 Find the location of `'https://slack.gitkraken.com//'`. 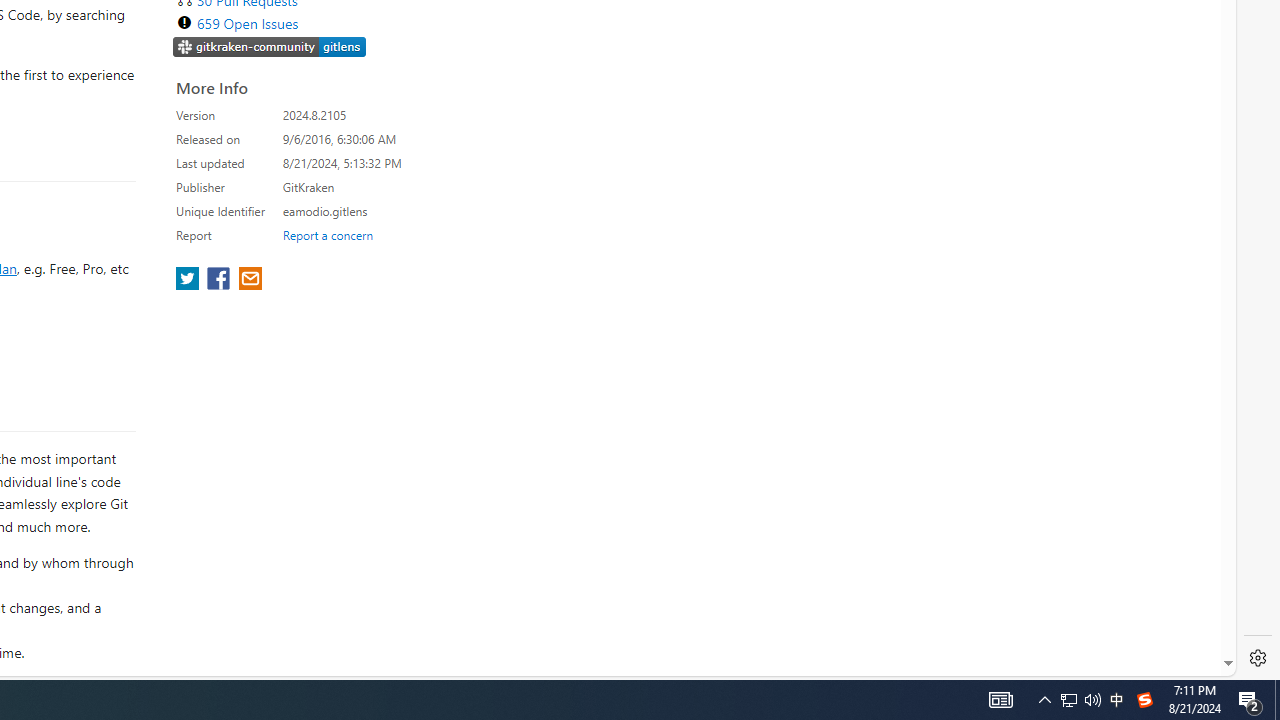

'https://slack.gitkraken.com//' is located at coordinates (269, 47).